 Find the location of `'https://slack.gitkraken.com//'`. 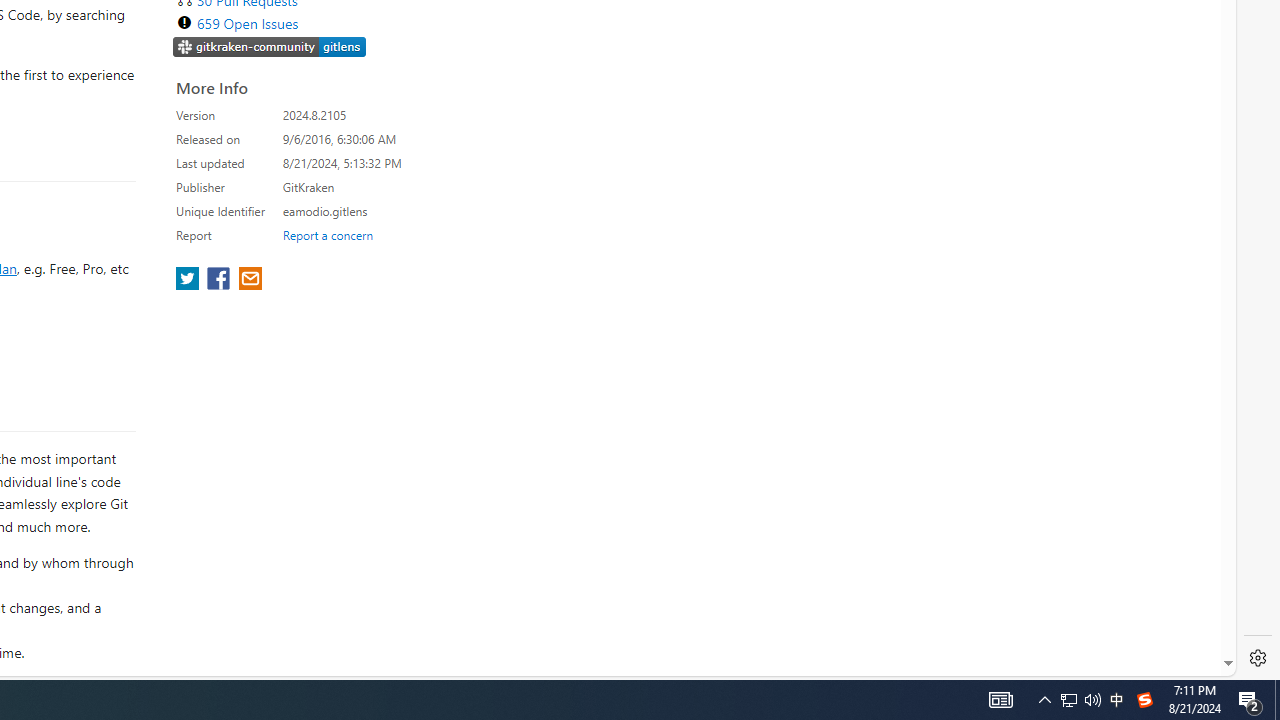

'https://slack.gitkraken.com//' is located at coordinates (269, 47).